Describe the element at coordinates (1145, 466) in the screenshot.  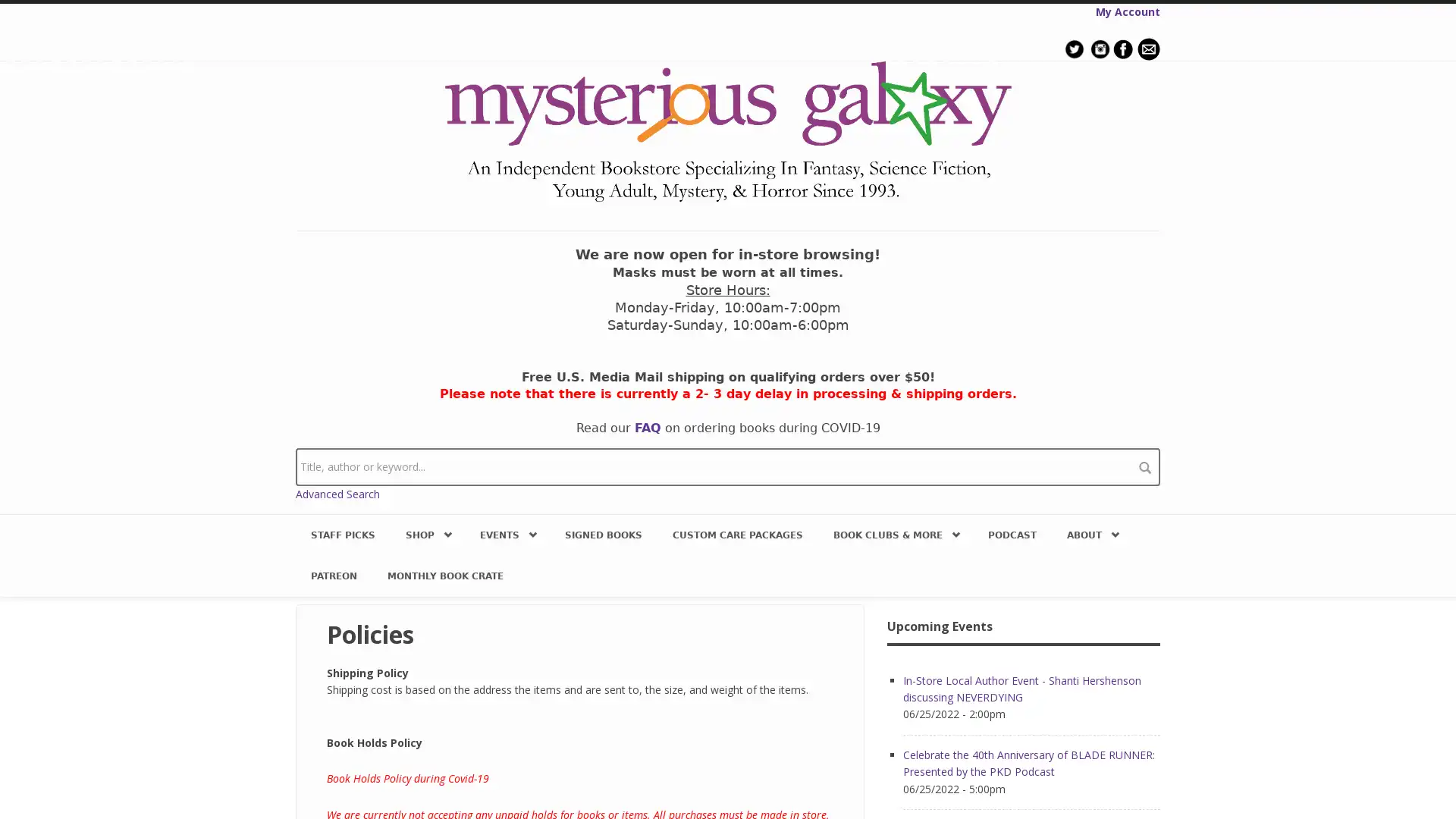
I see `search` at that location.